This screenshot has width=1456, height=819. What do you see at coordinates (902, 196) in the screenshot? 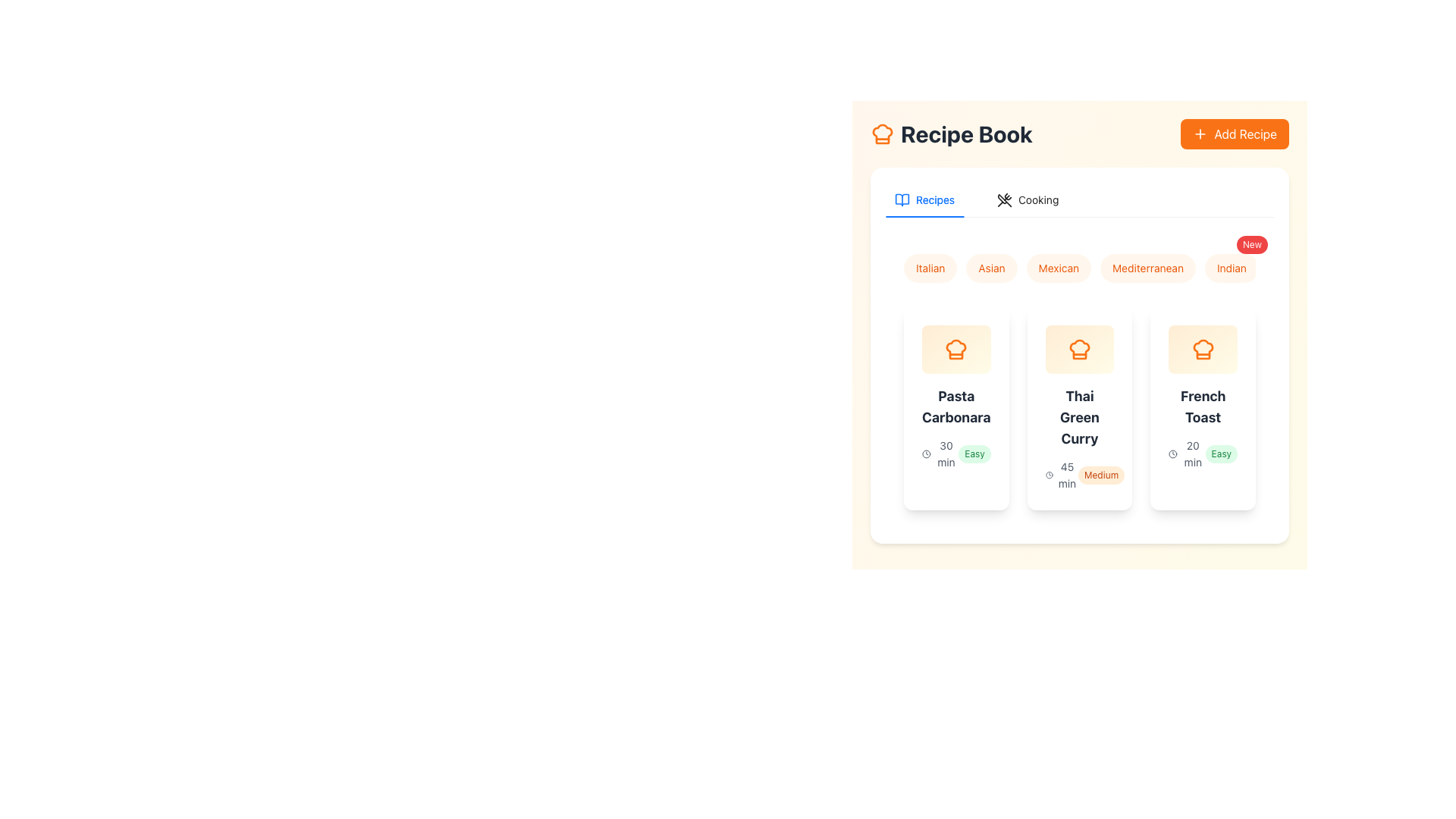
I see `the 'Recipes' tab icon located at the beginning of the navigation tabs, to the left of the text label 'Recipes'` at bounding box center [902, 196].